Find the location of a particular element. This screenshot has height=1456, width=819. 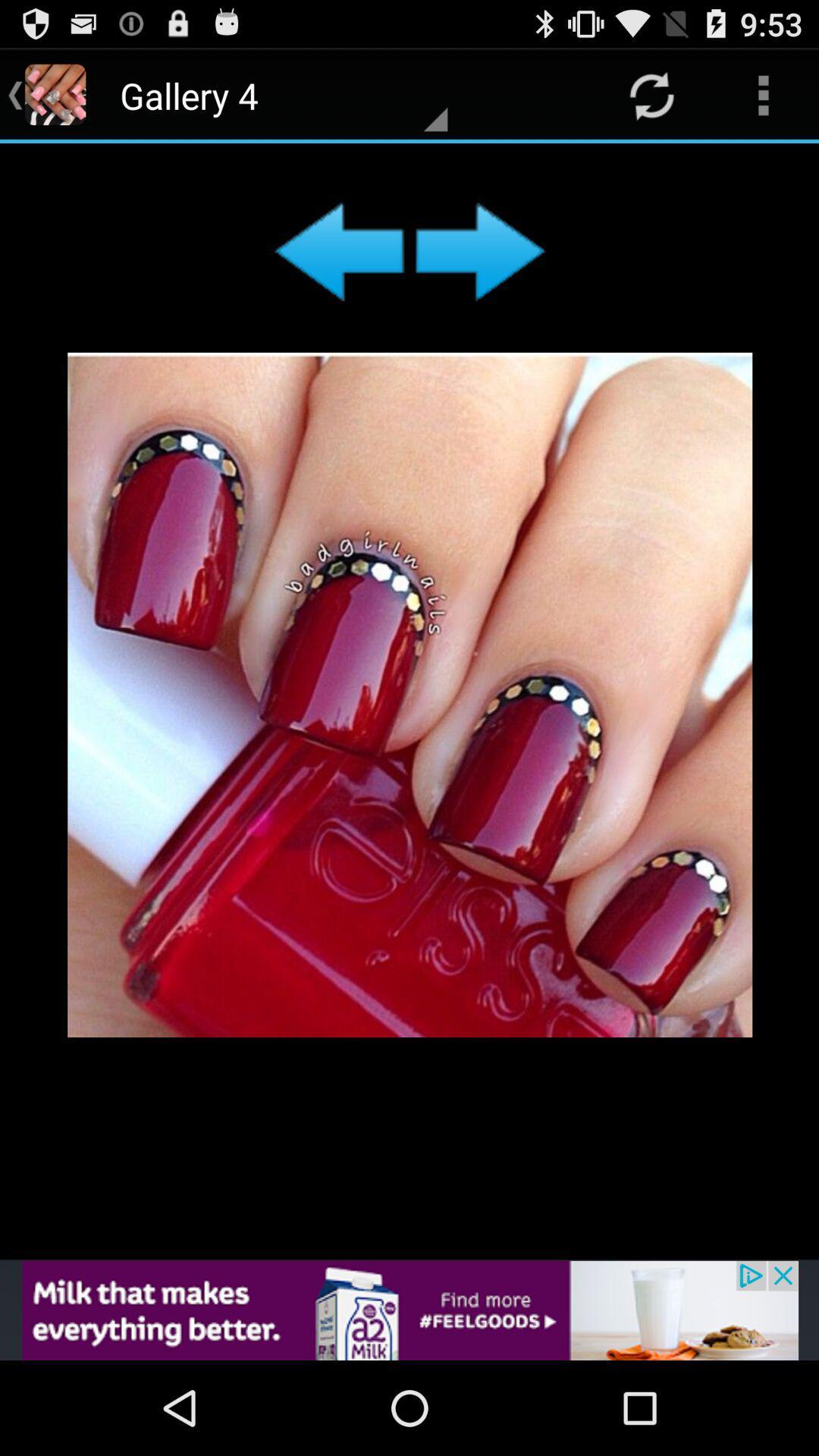

advertisement is located at coordinates (409, 701).